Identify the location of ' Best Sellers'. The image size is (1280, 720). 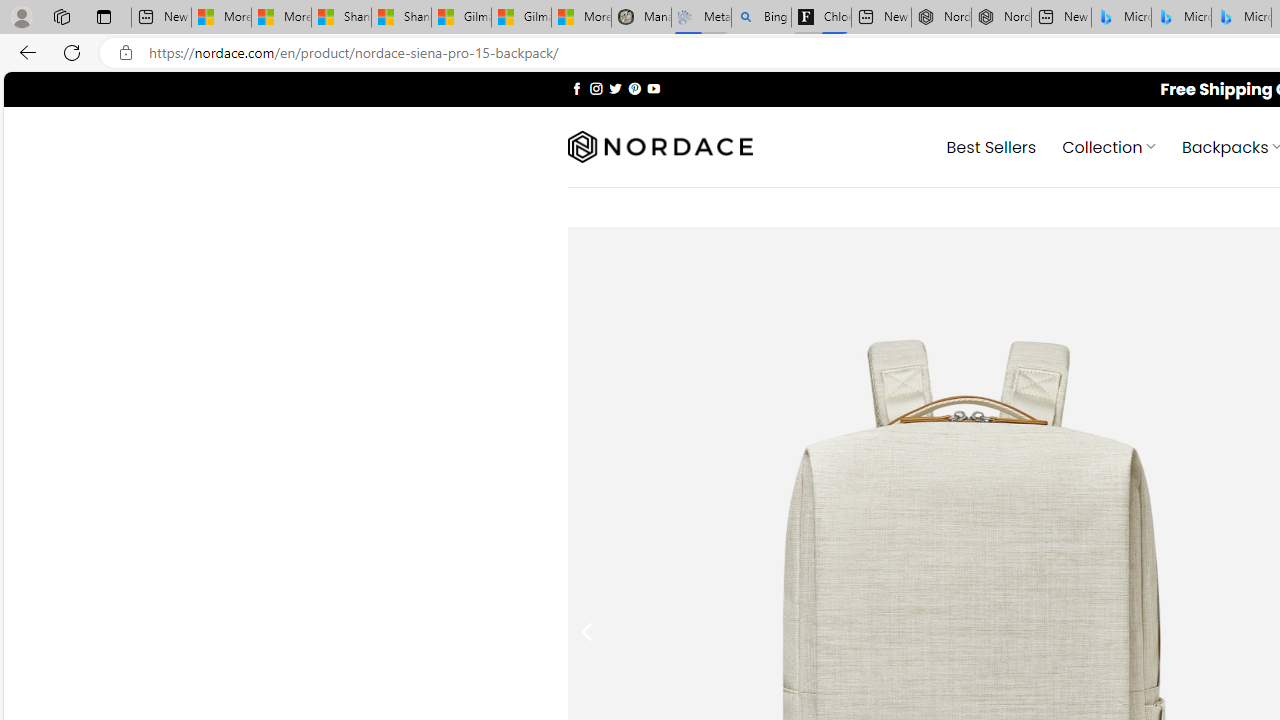
(991, 145).